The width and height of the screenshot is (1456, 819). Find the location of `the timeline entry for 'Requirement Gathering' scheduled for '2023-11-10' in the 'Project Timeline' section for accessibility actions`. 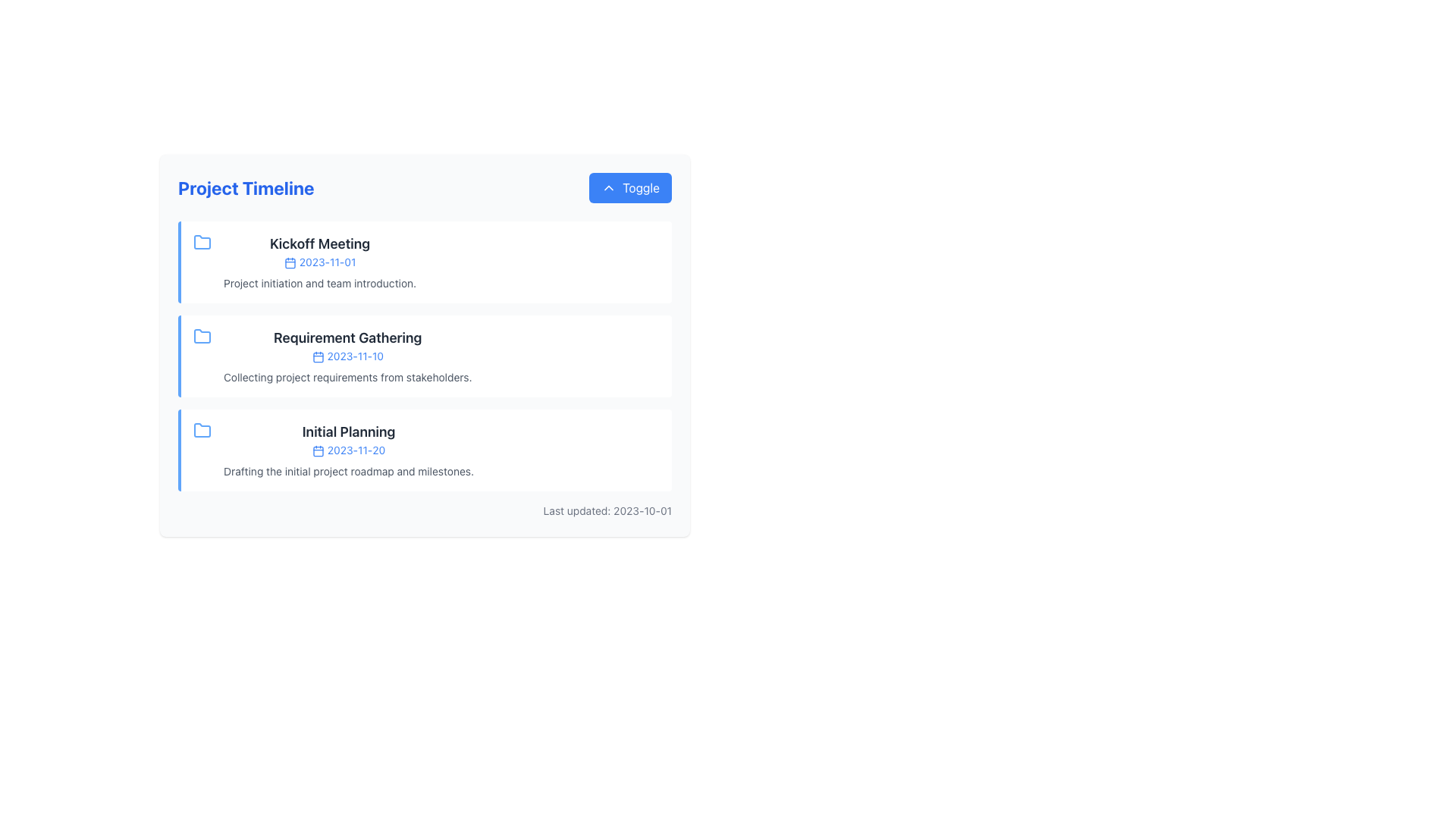

the timeline entry for 'Requirement Gathering' scheduled for '2023-11-10' in the 'Project Timeline' section for accessibility actions is located at coordinates (347, 356).